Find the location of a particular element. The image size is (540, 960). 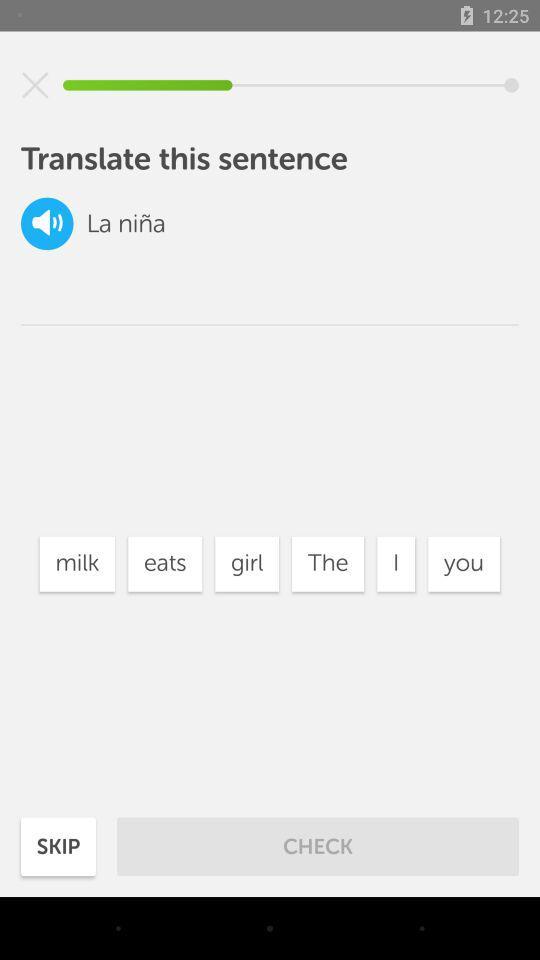

repeat phrase is located at coordinates (47, 223).